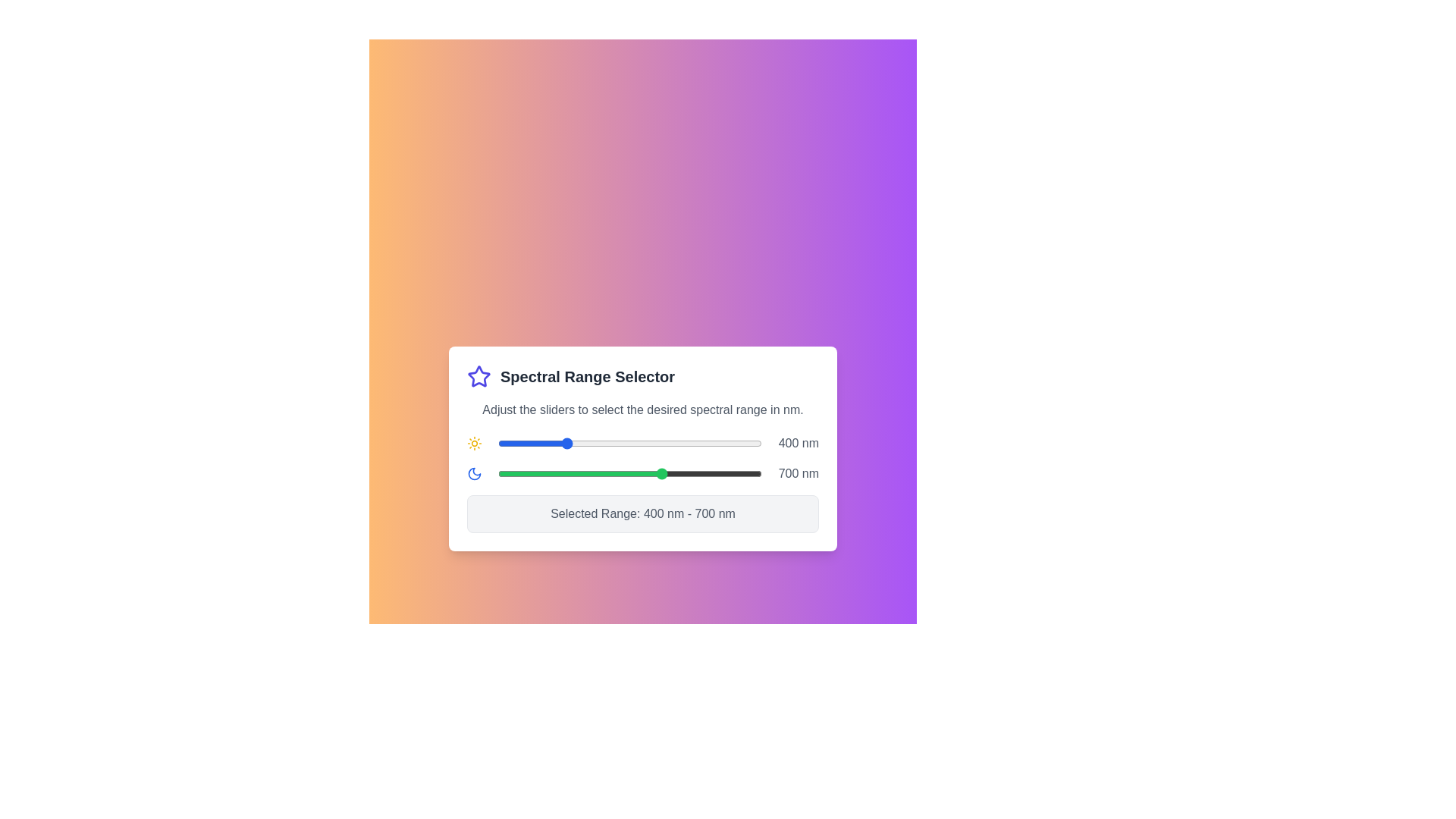  I want to click on the start slider to set the lower limit of the spectral range to 511 nm, so click(600, 444).